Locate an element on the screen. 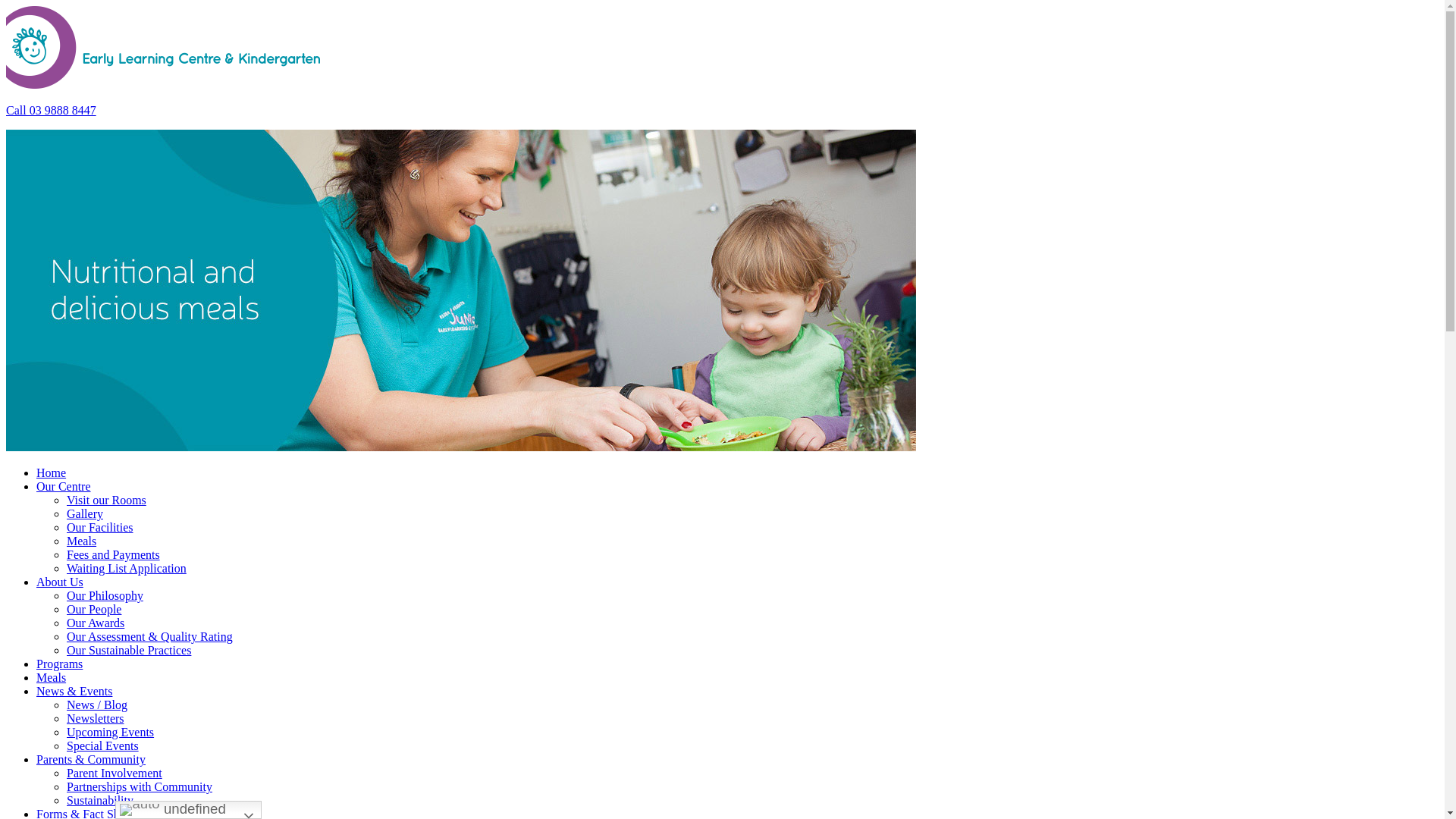 This screenshot has height=819, width=1456. 'Our Facilities' is located at coordinates (65, 526).